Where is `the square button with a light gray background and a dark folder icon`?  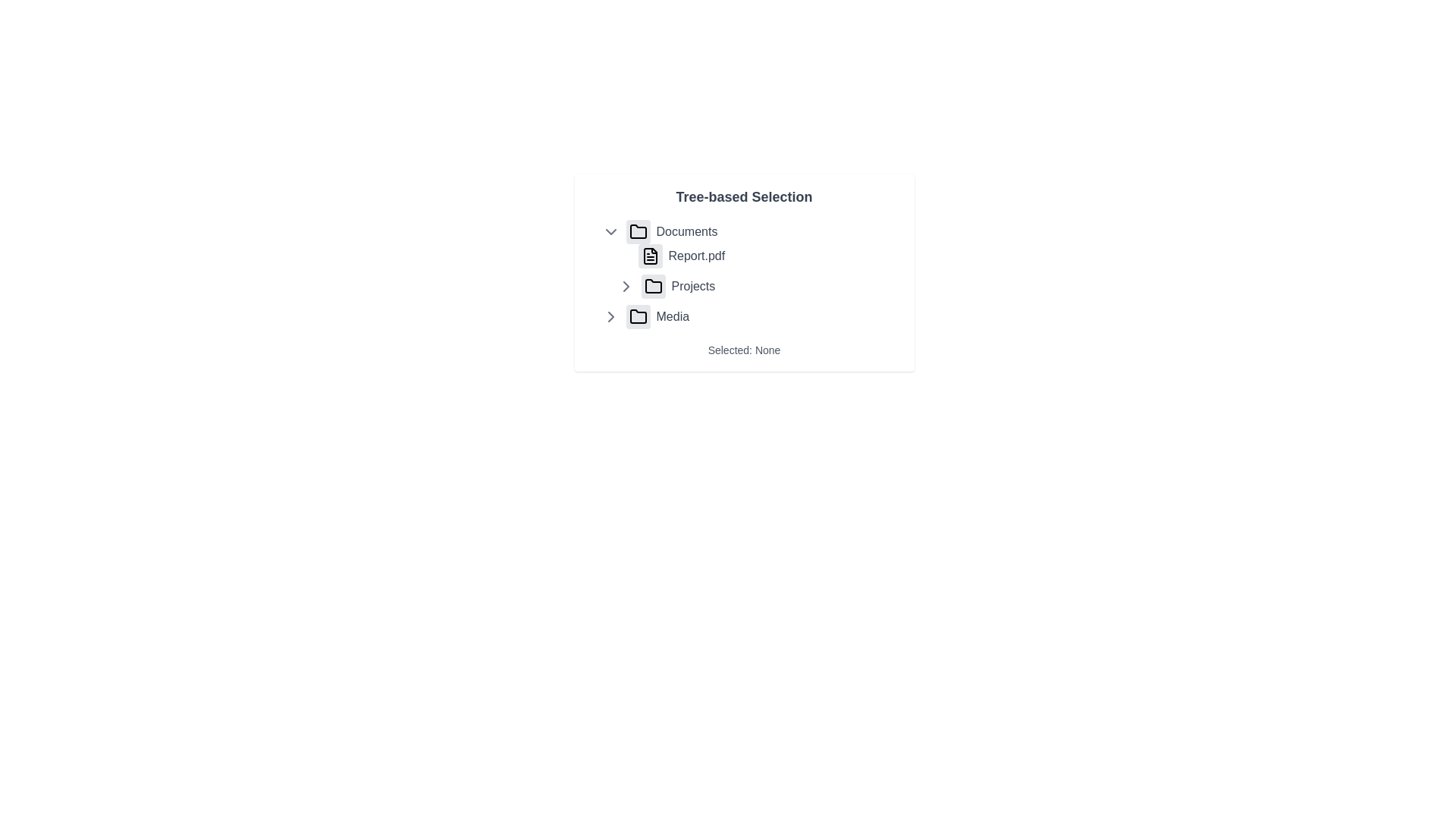 the square button with a light gray background and a dark folder icon is located at coordinates (638, 315).